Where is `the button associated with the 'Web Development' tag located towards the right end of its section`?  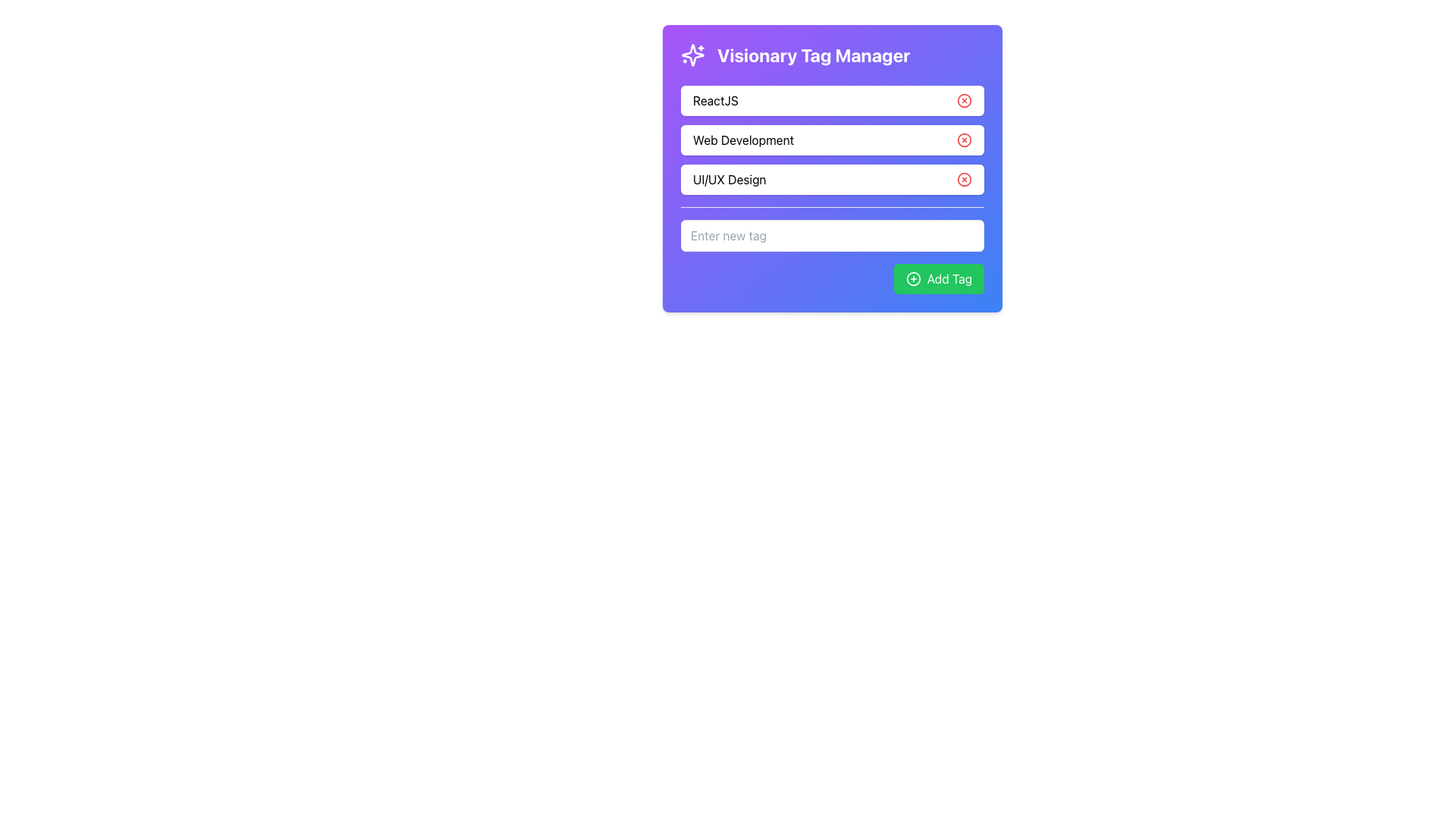
the button associated with the 'Web Development' tag located towards the right end of its section is located at coordinates (964, 140).